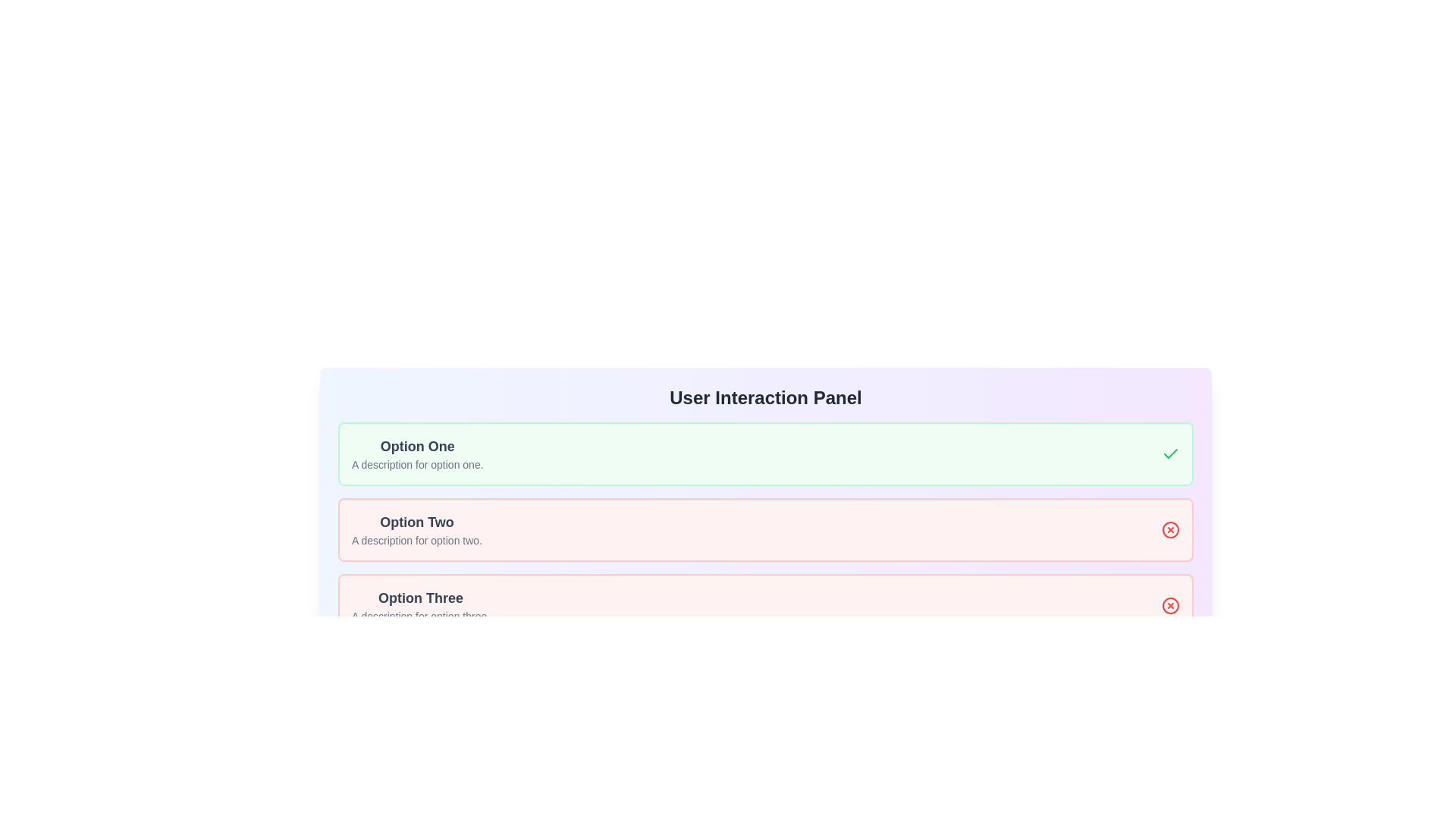  Describe the element at coordinates (421, 604) in the screenshot. I see `the Text Content Group that presents the title and description for the third selectable option, located centrally in the third section below 'Option One' and 'Option Two'` at that location.